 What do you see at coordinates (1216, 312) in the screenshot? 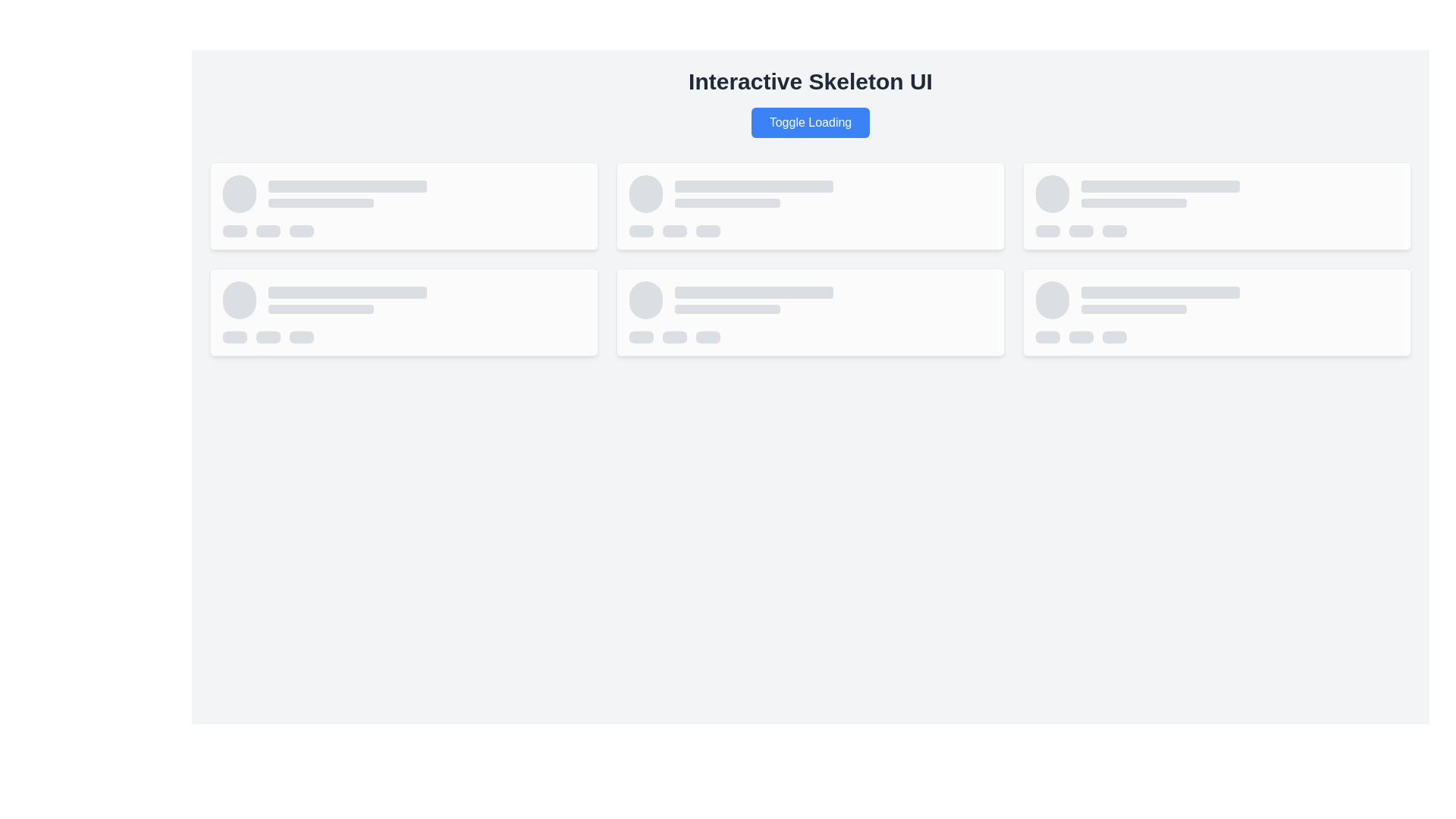
I see `the Placeholder Card located at the bottom-right corner of the grid layout, which is the sixth item in a two-row, three-column arrangement` at bounding box center [1216, 312].